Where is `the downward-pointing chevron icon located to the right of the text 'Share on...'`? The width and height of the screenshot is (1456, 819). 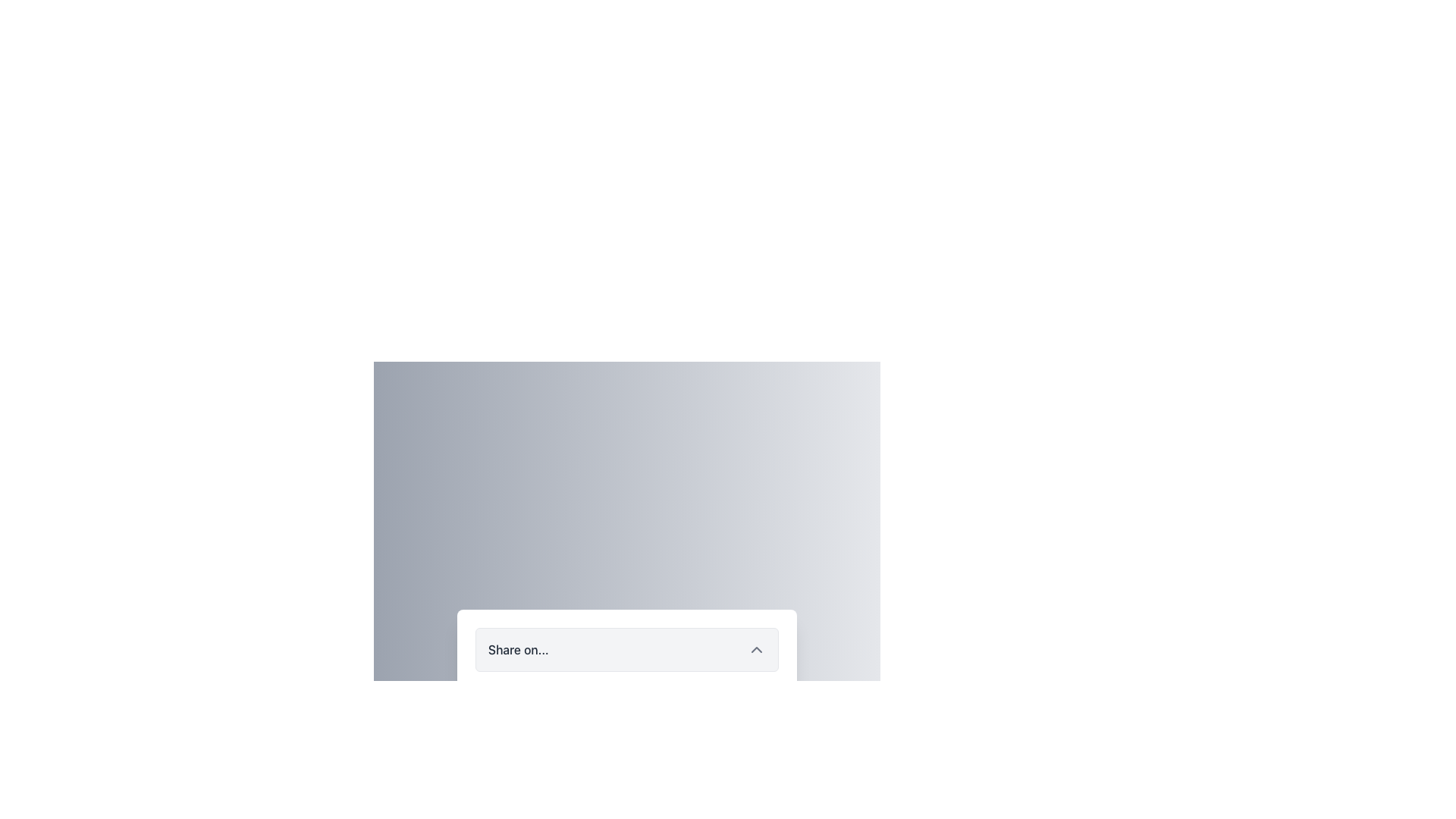
the downward-pointing chevron icon located to the right of the text 'Share on...' is located at coordinates (757, 648).